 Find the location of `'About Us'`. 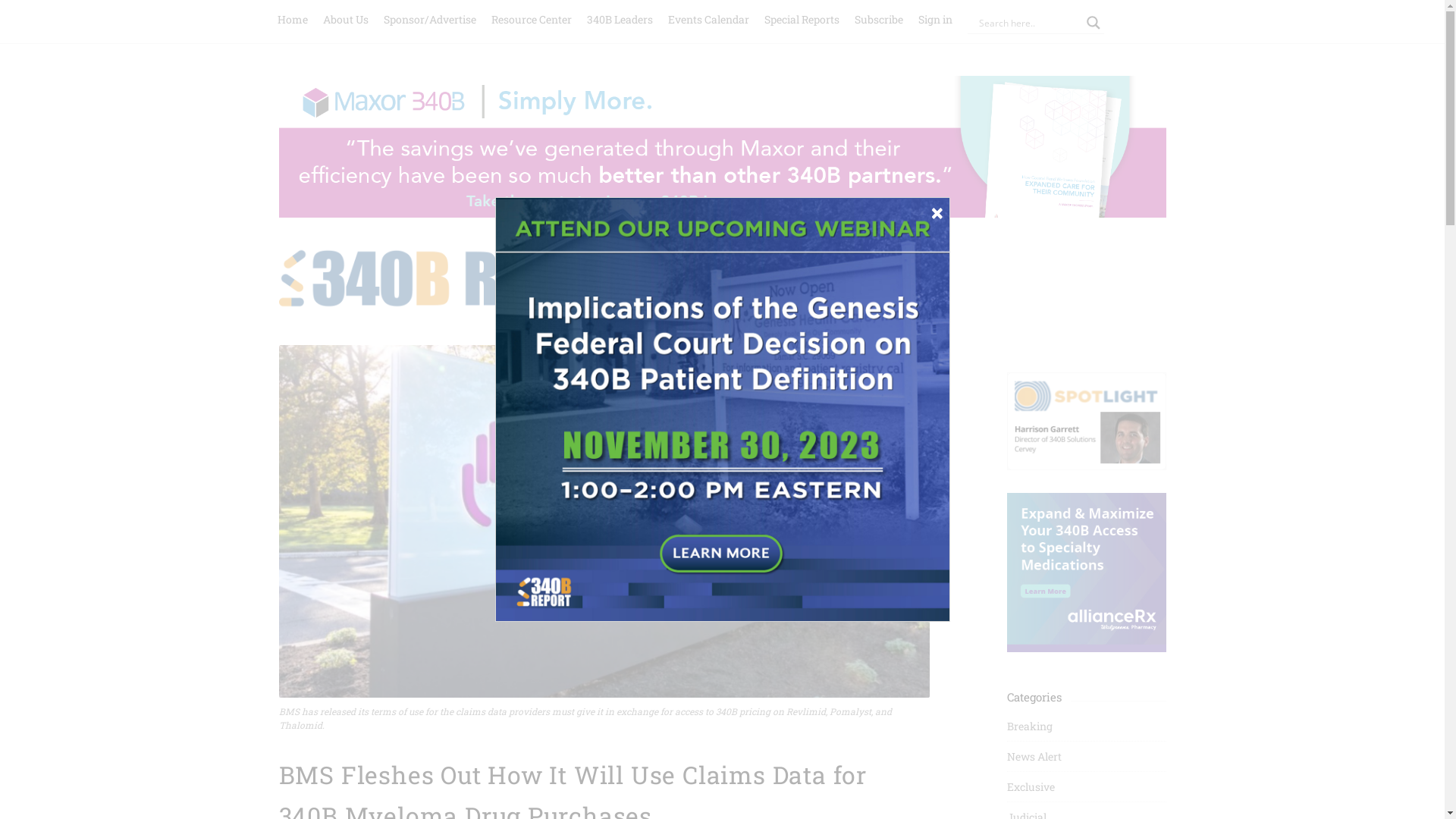

'About Us' is located at coordinates (345, 18).